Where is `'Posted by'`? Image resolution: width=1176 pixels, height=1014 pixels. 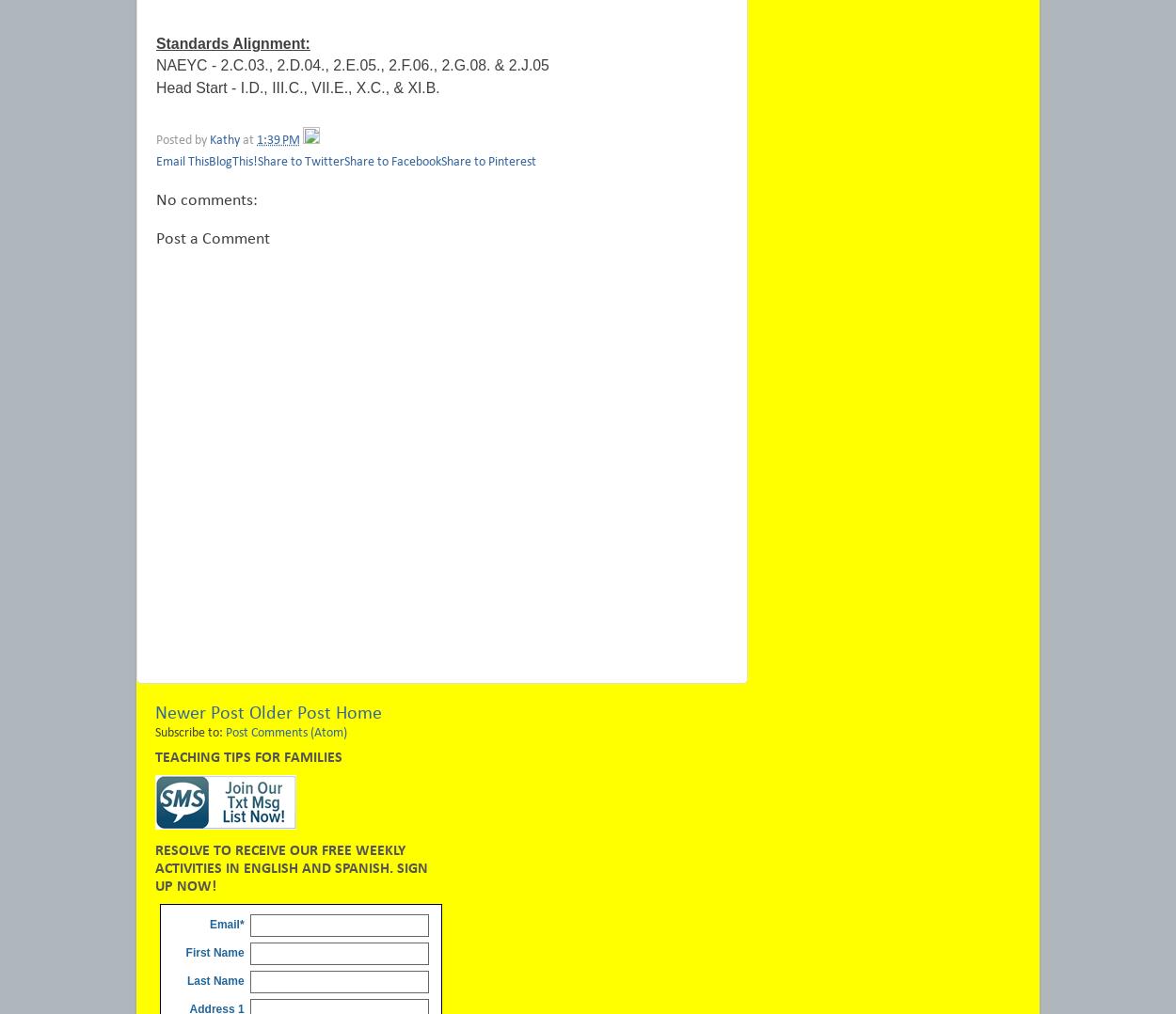 'Posted by' is located at coordinates (182, 140).